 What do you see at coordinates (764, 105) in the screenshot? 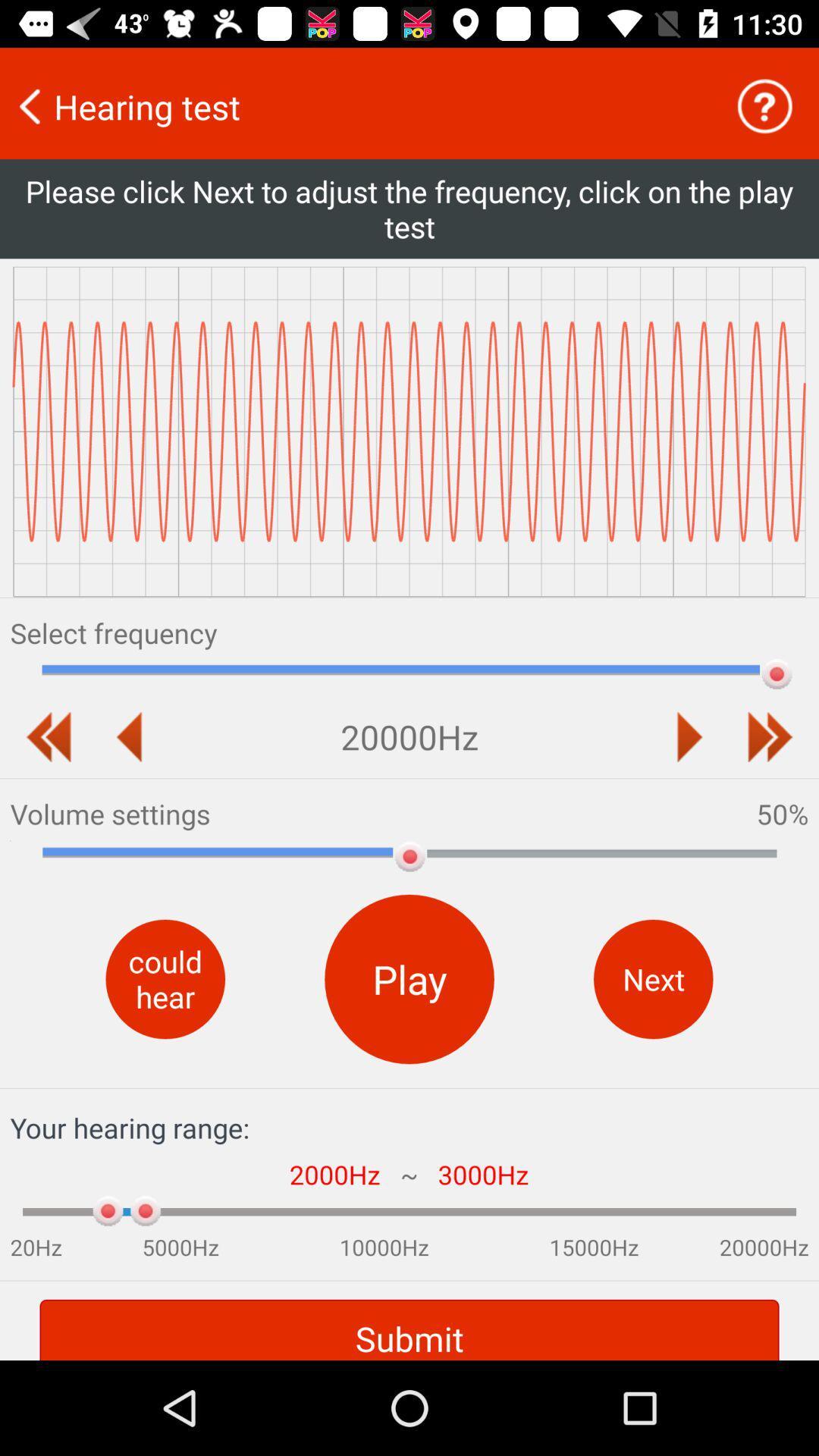
I see `help button` at bounding box center [764, 105].